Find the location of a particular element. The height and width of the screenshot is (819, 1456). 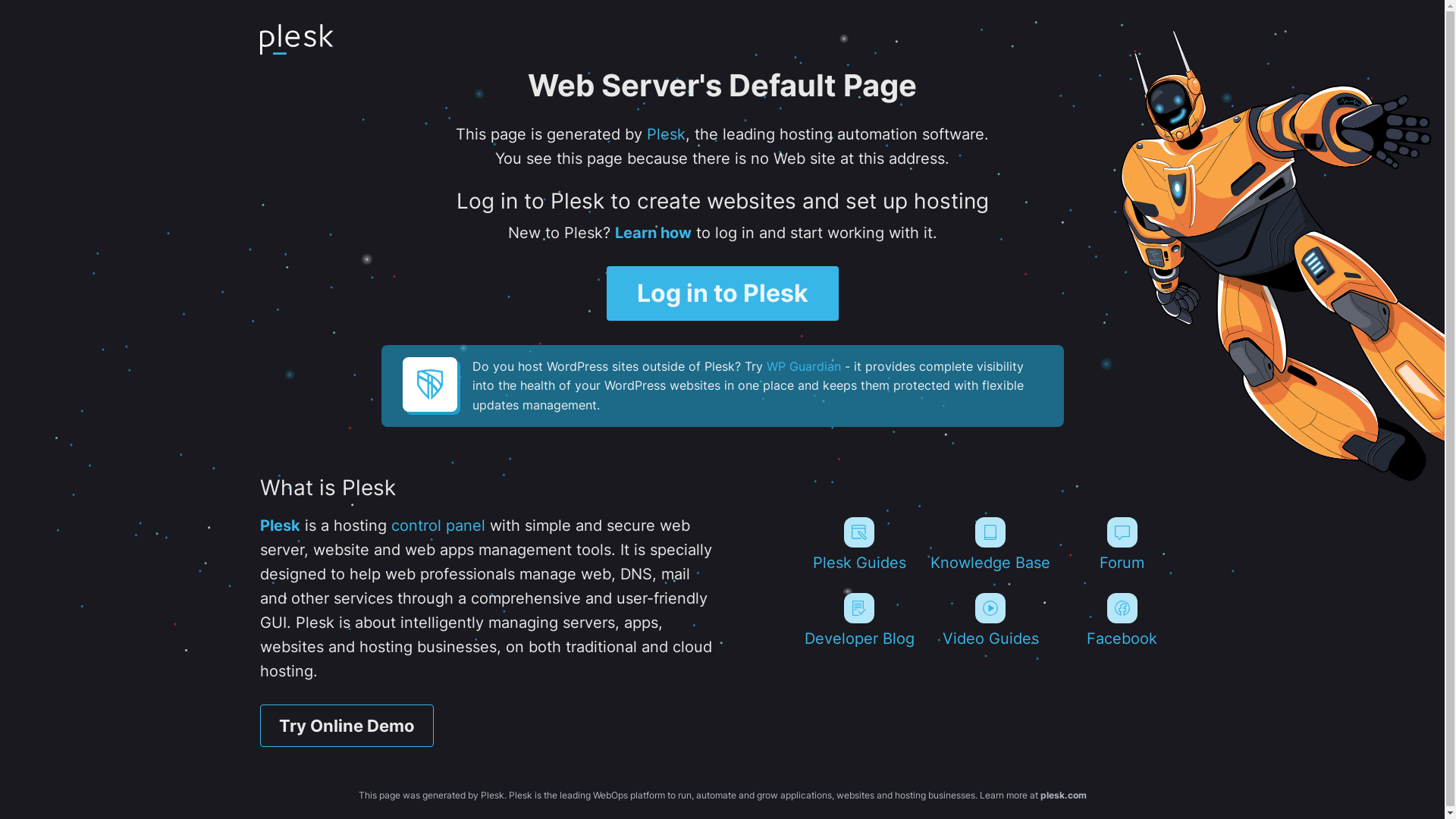

'Knowledge Base' is located at coordinates (990, 543).